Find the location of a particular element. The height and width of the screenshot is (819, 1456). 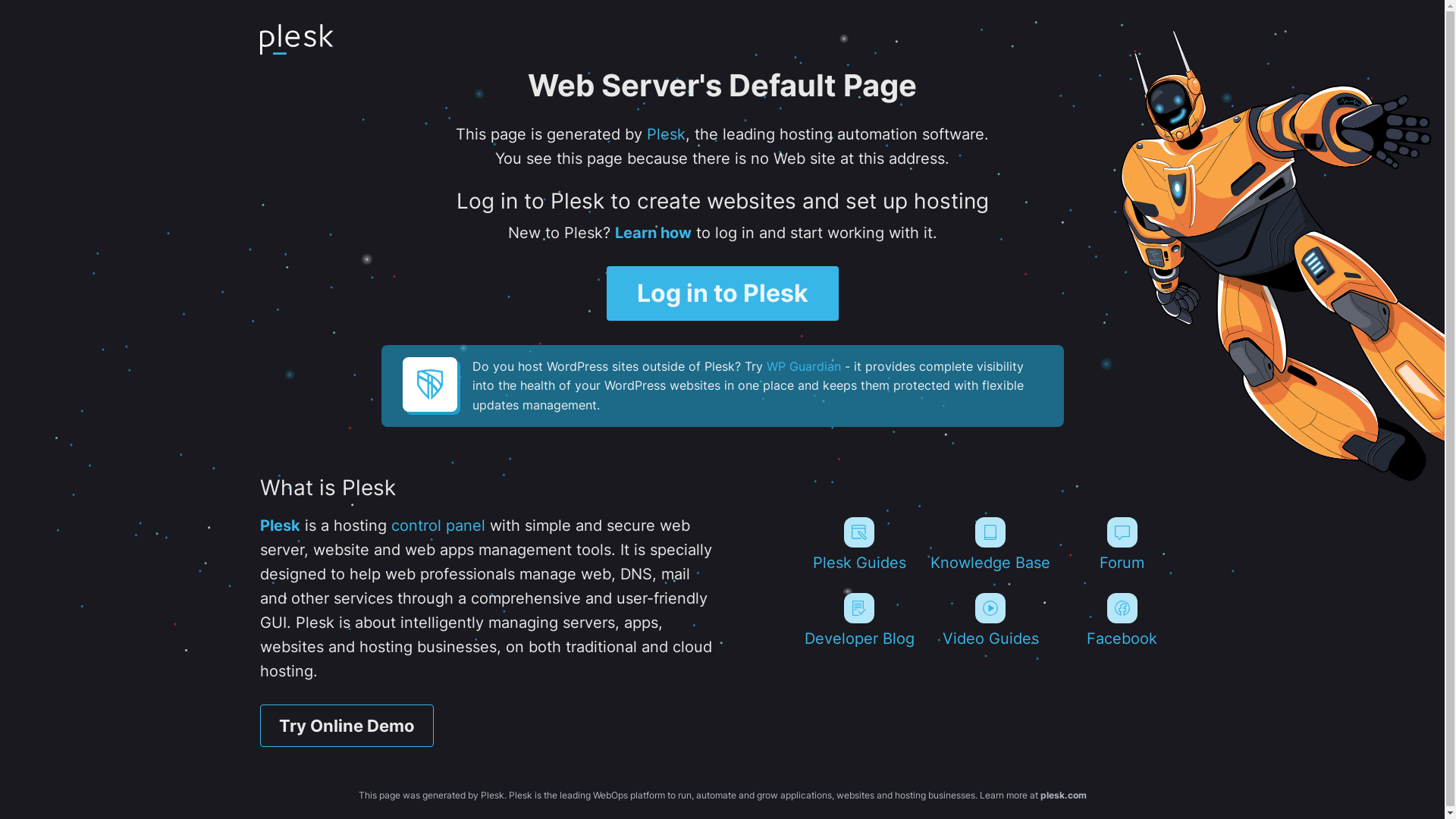

'Knowledge Base' is located at coordinates (990, 543).